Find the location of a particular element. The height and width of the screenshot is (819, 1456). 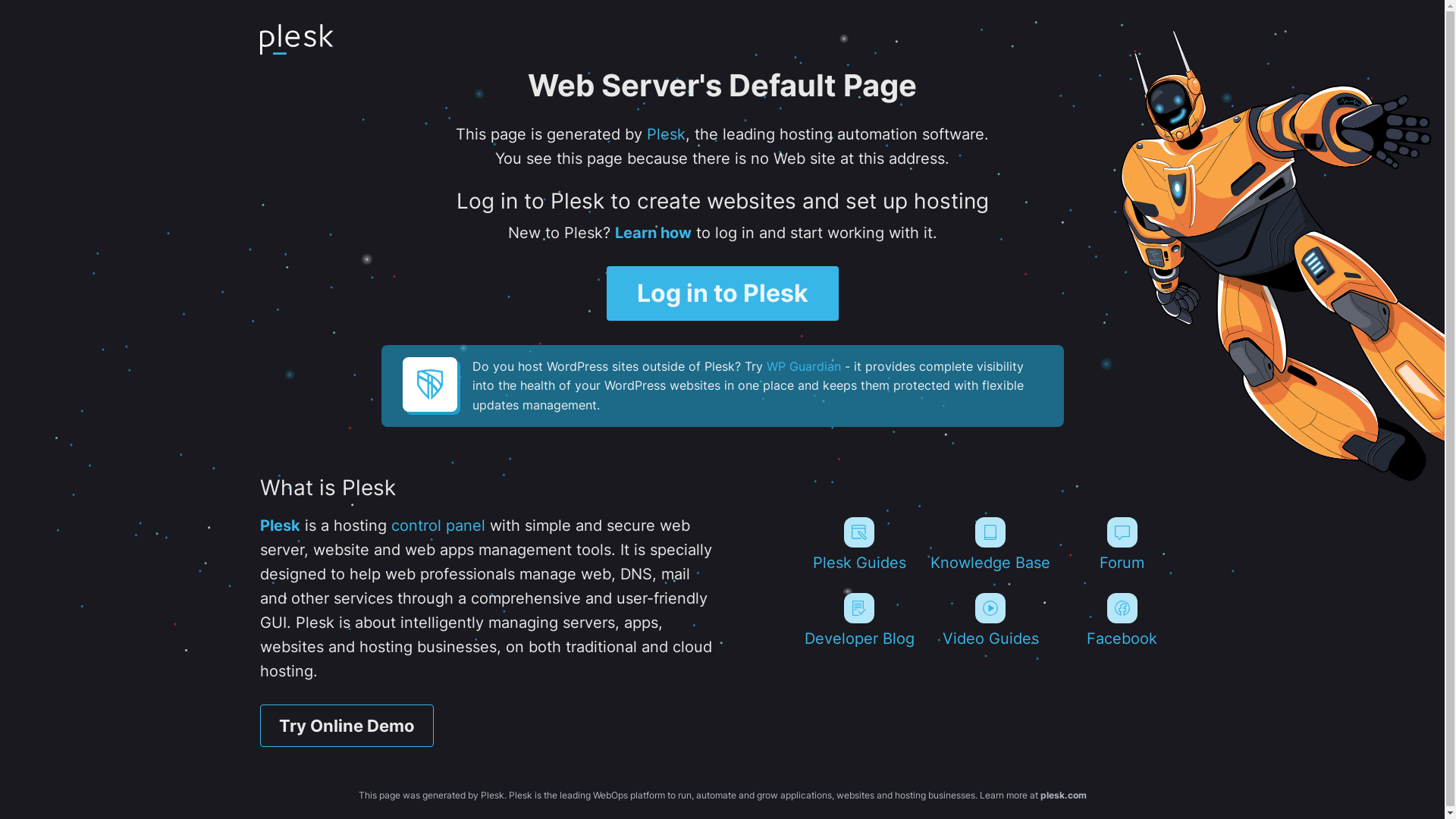

'Knowledge Base' is located at coordinates (990, 543).